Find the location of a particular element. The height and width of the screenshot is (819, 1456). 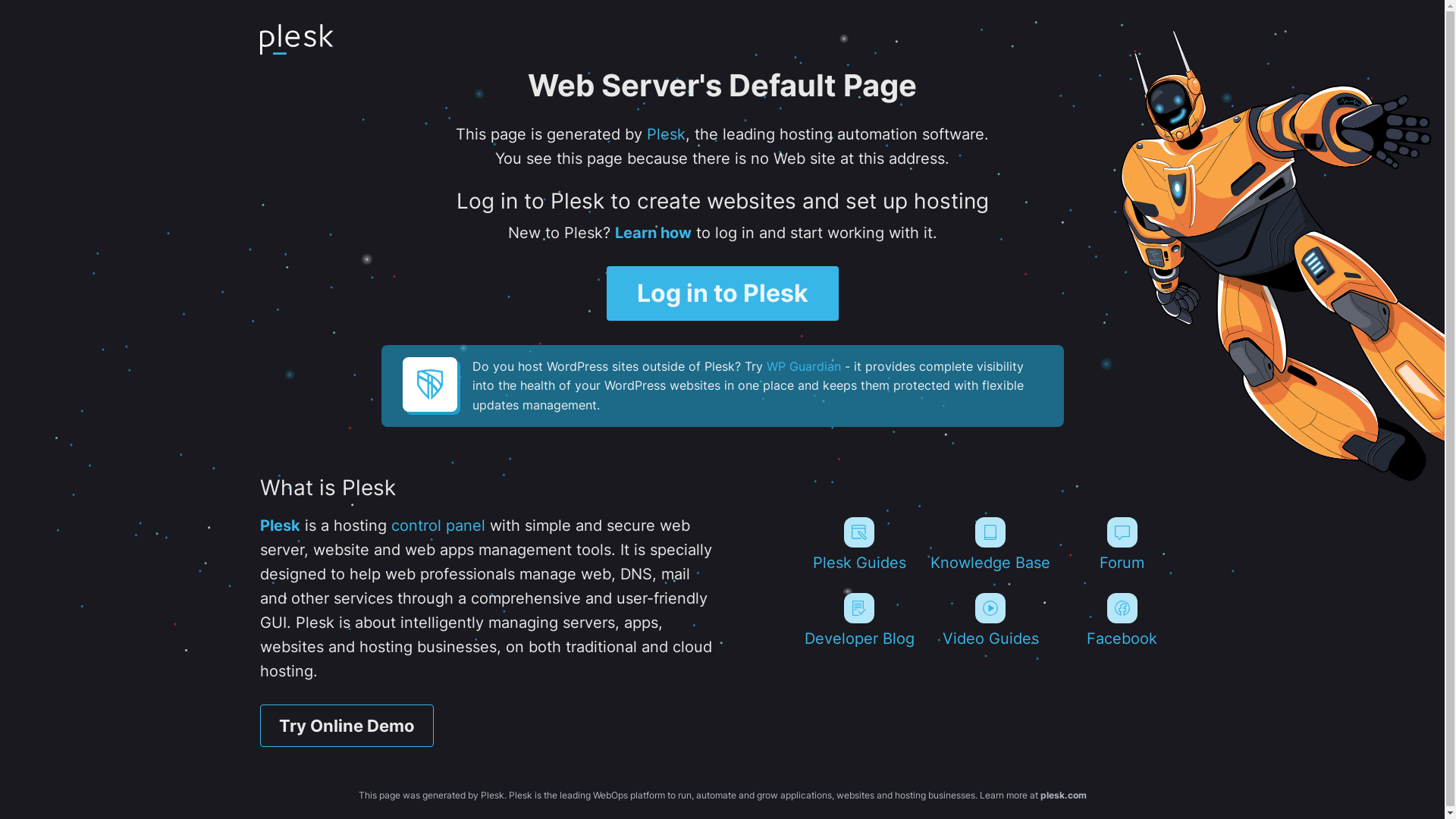

'Knowledge Base' is located at coordinates (990, 543).